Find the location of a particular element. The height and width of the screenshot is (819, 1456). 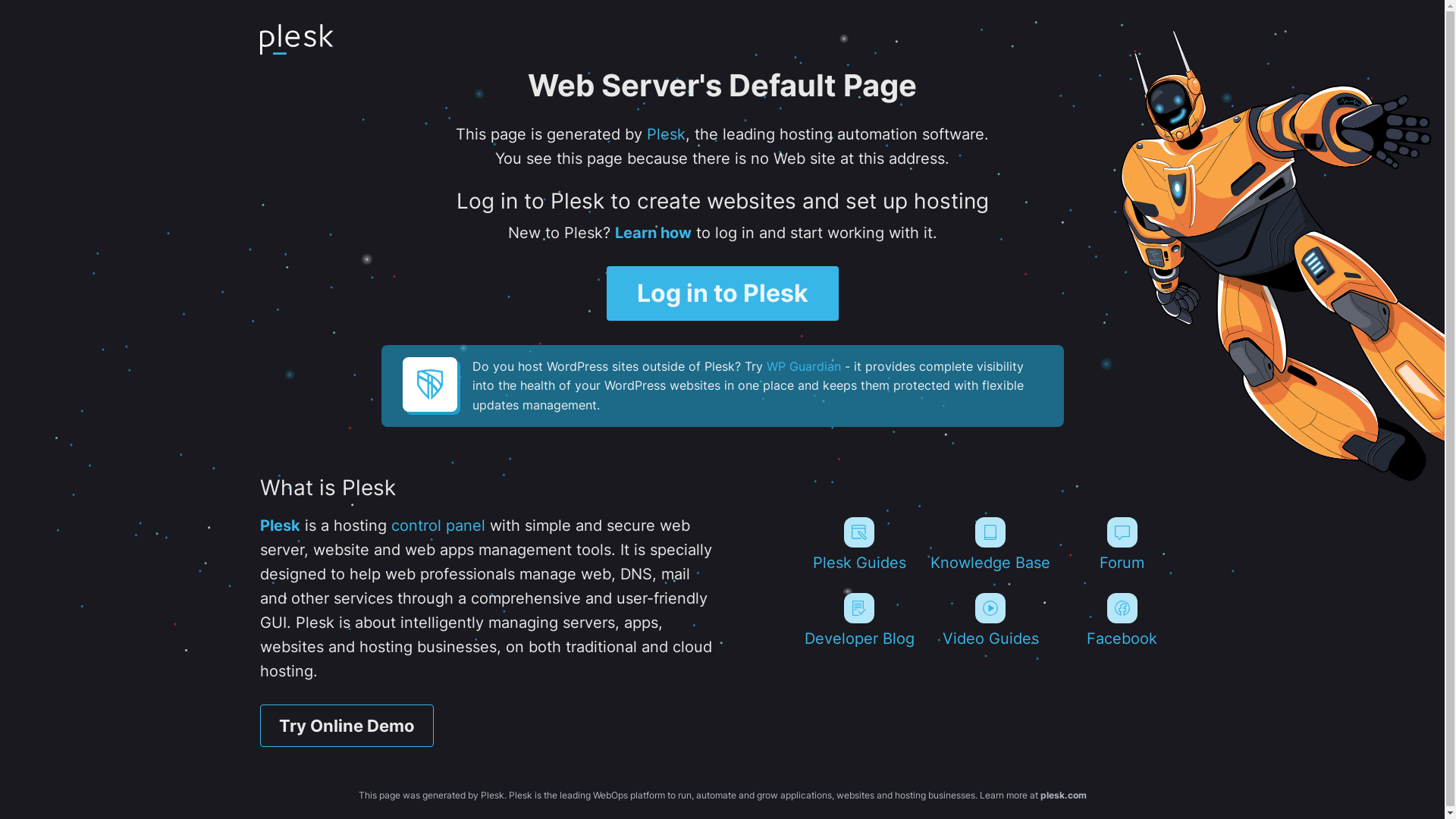

'Knowledge Base' is located at coordinates (990, 543).